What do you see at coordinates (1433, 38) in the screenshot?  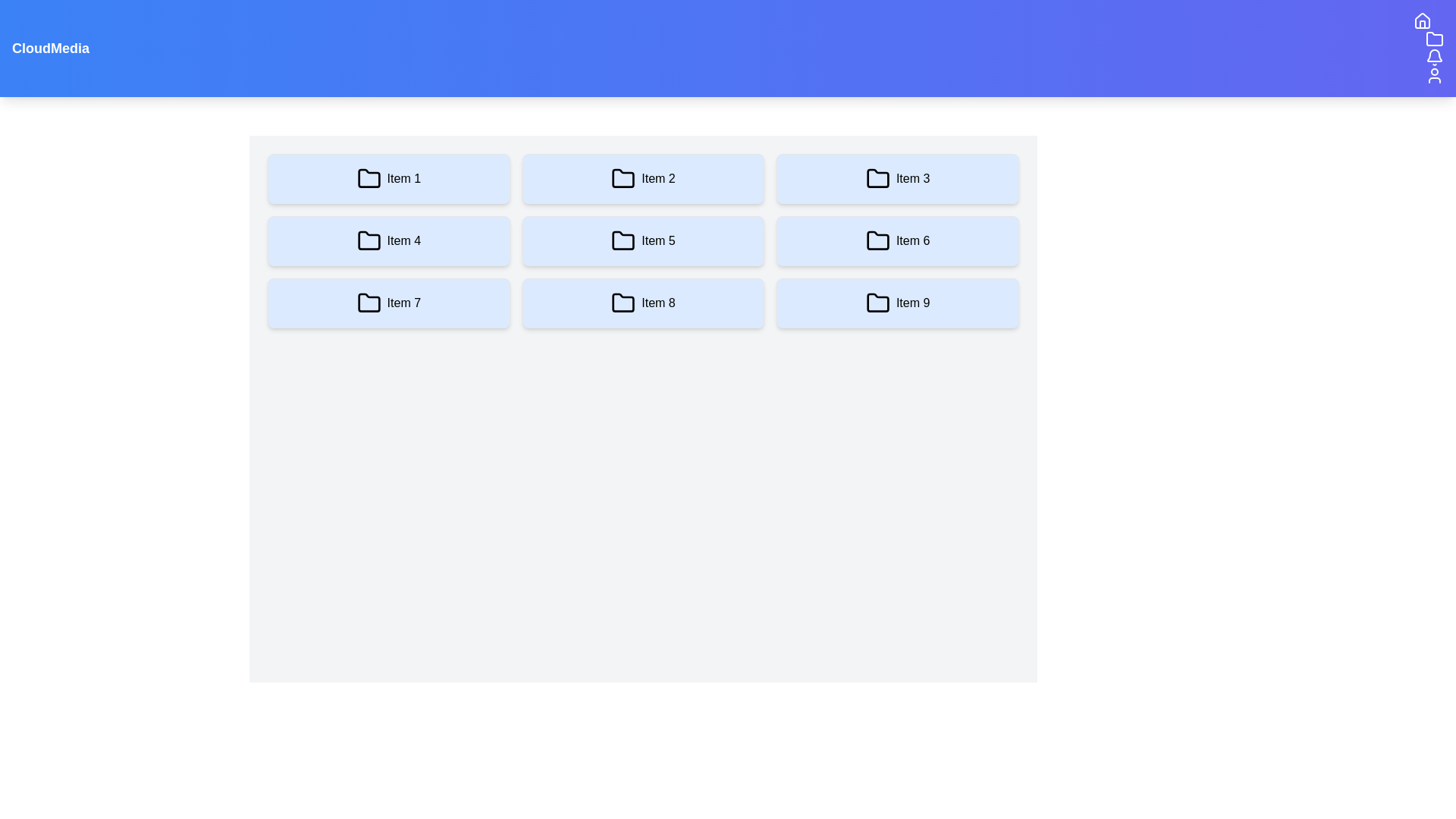 I see `the Folder navigation icon` at bounding box center [1433, 38].